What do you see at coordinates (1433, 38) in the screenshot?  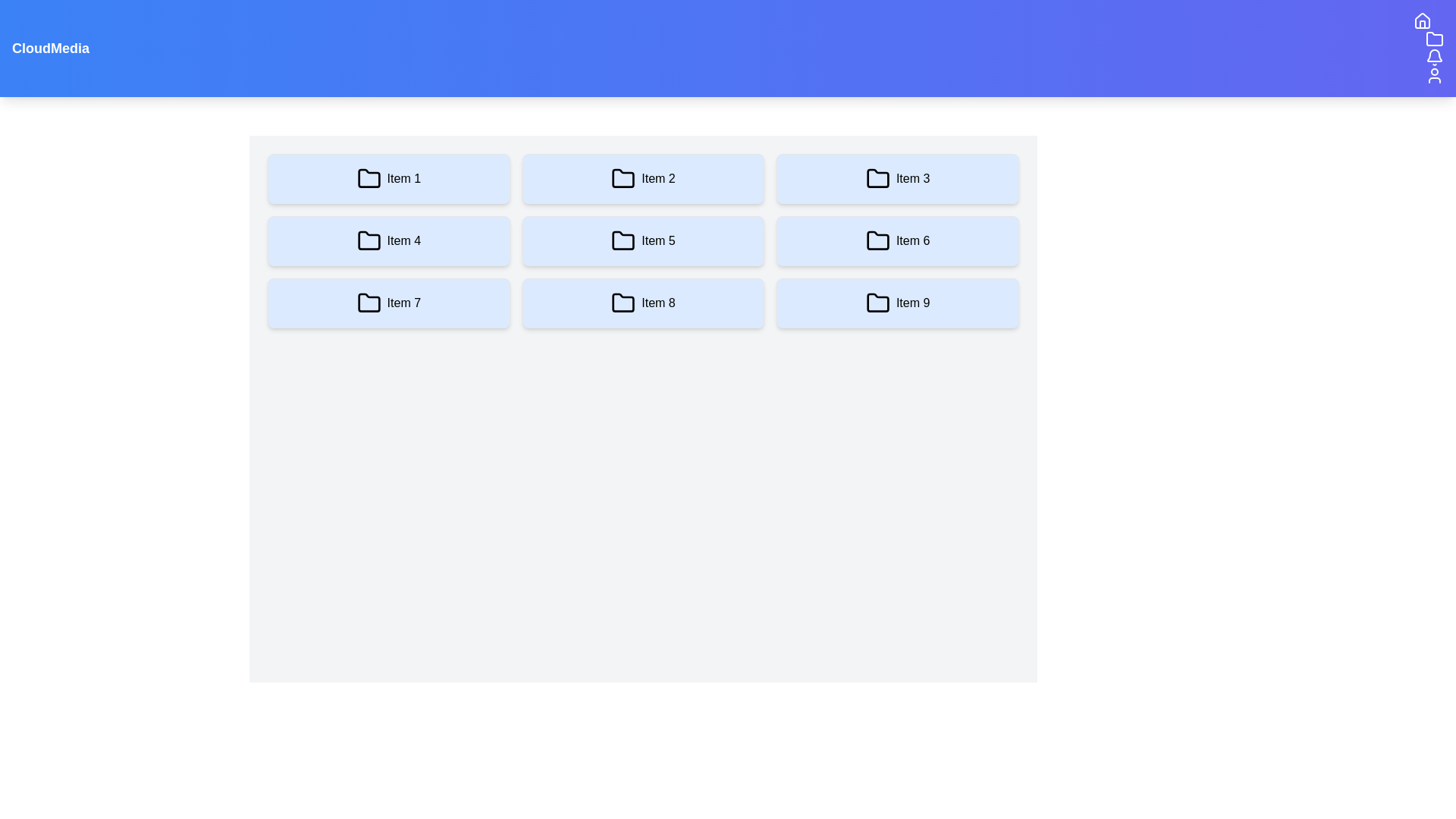 I see `the Folder navigation icon` at bounding box center [1433, 38].